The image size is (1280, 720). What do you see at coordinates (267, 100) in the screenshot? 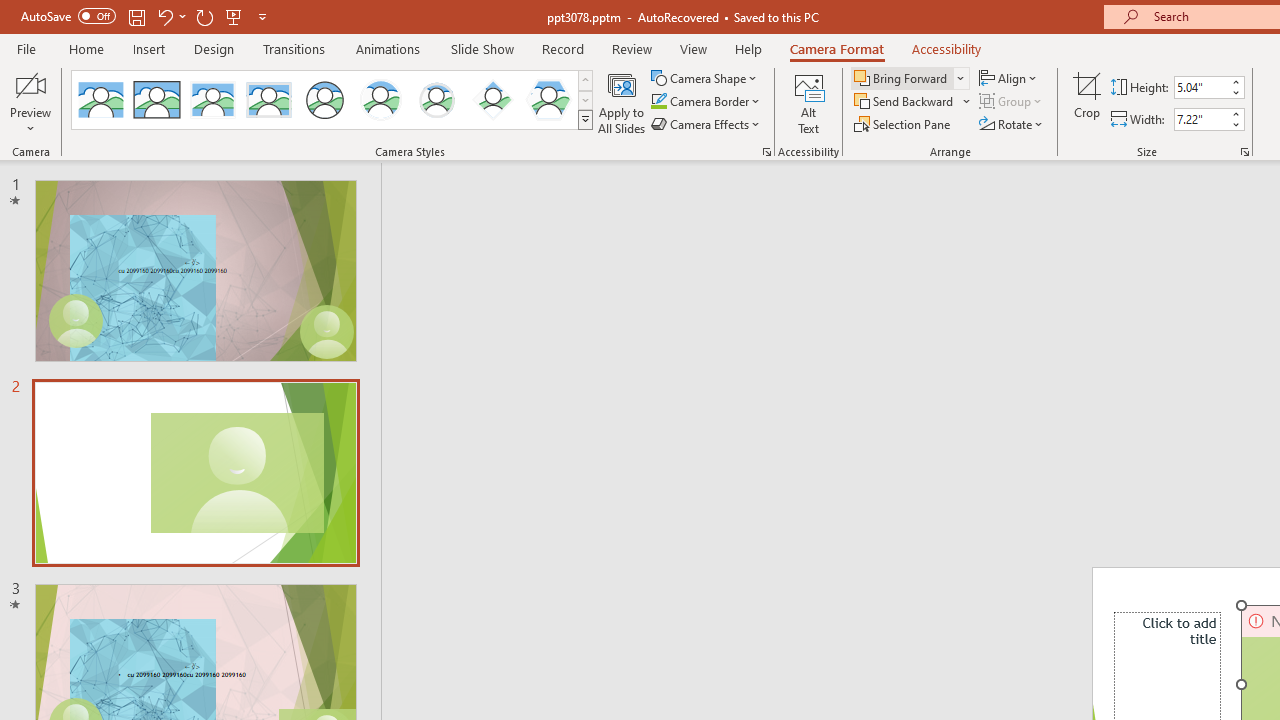
I see `'Soft Edge Rectangle'` at bounding box center [267, 100].